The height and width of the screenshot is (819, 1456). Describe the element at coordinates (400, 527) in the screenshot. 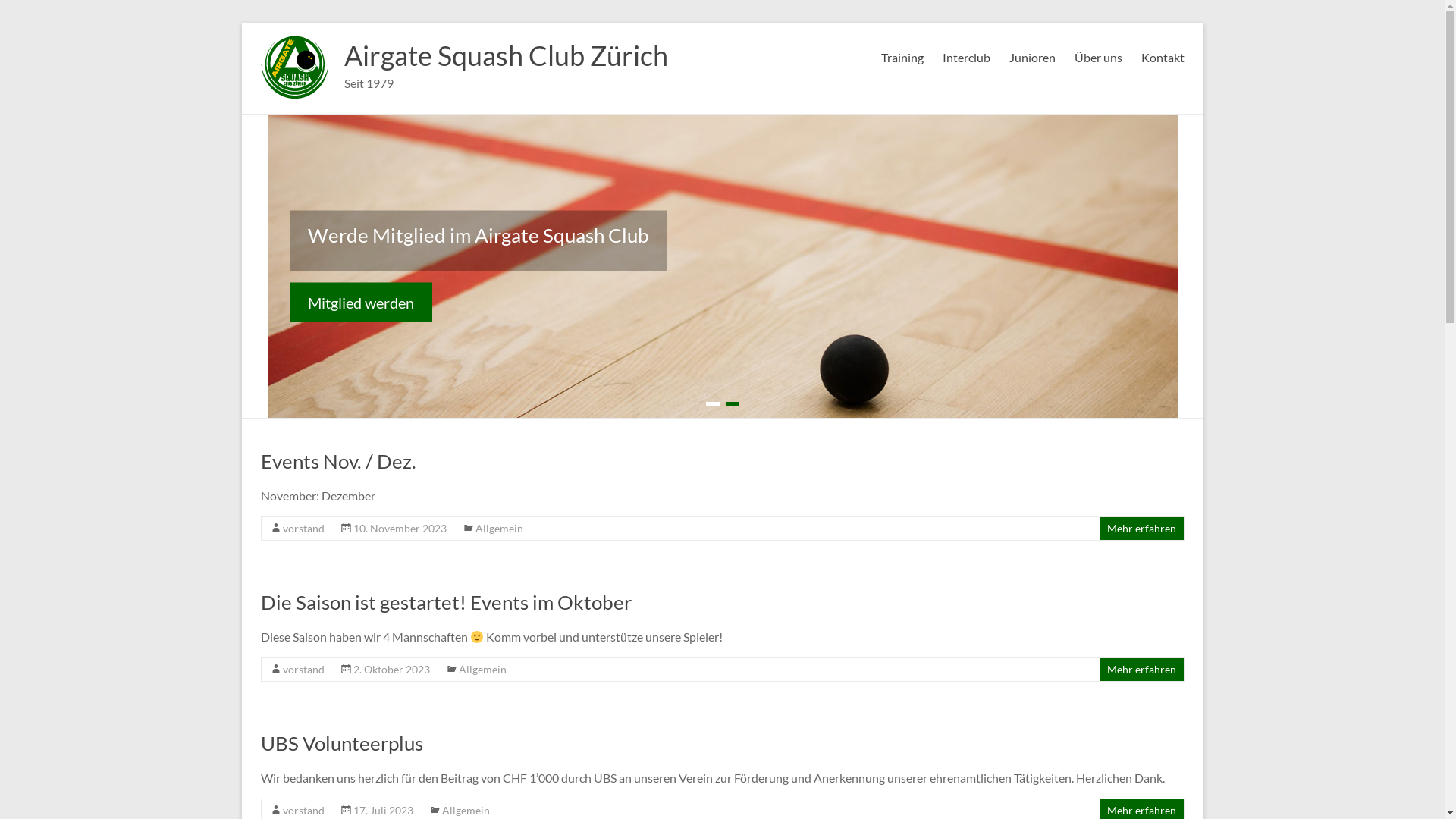

I see `'10. November 2023'` at that location.